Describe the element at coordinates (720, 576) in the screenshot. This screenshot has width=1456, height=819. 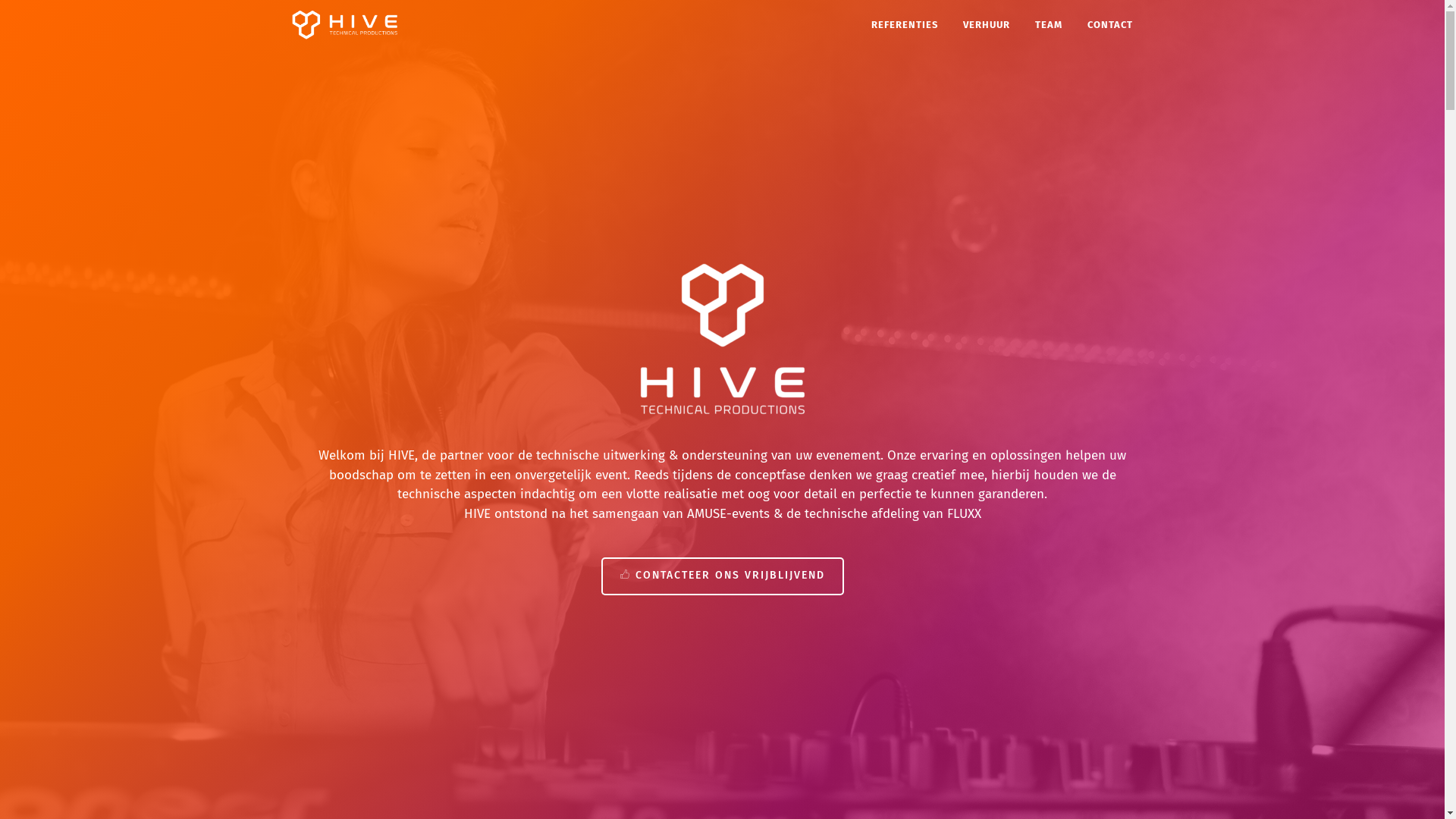
I see `'CONTACTEER ONS VRIJBLIJVEND'` at that location.